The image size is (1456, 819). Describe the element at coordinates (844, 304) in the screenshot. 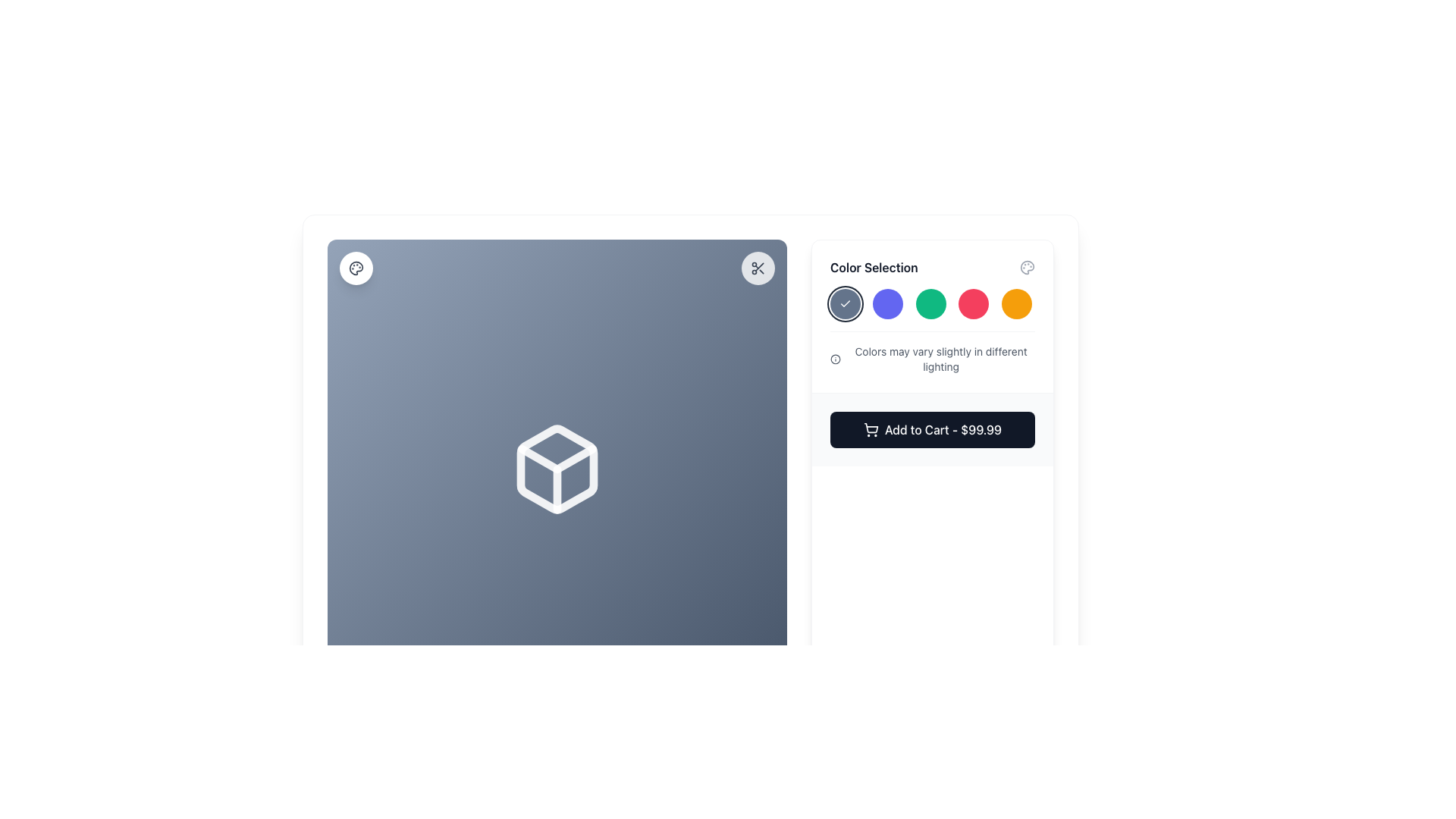

I see `the first selectable button with a checkmark icon` at that location.